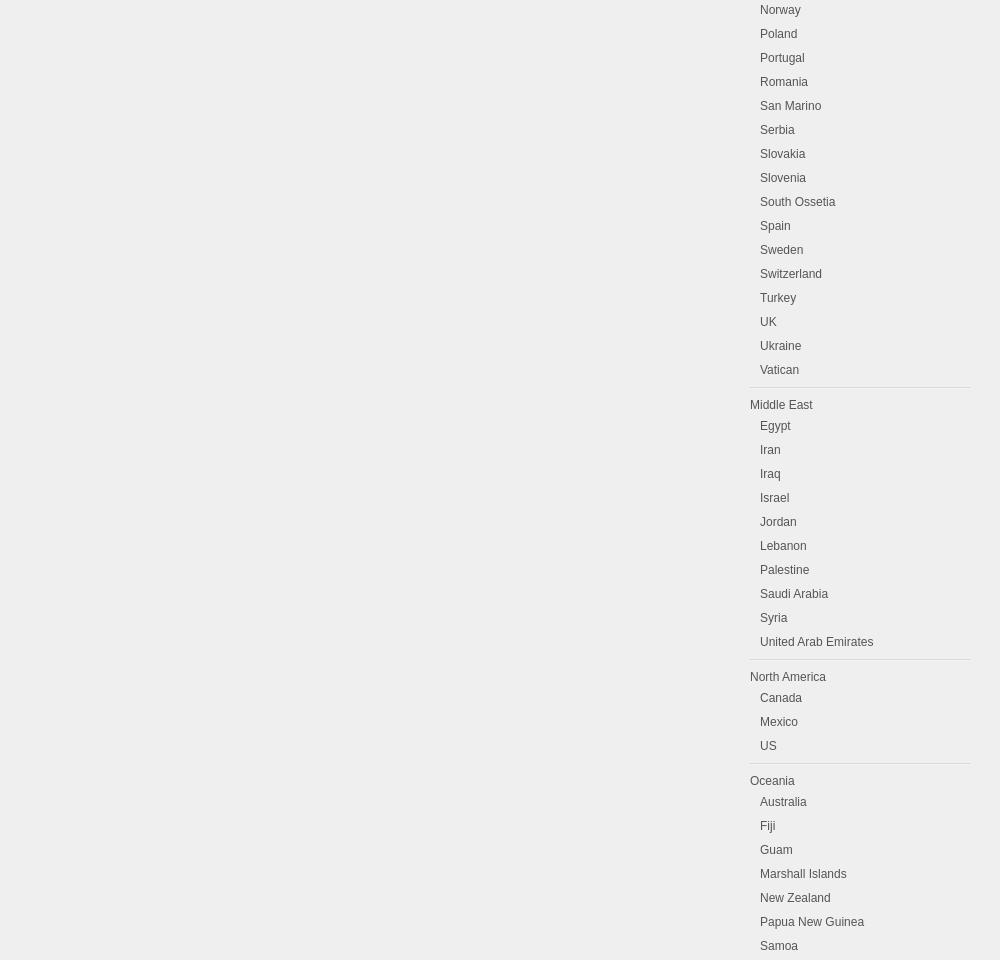  Describe the element at coordinates (780, 345) in the screenshot. I see `'Ukraine'` at that location.